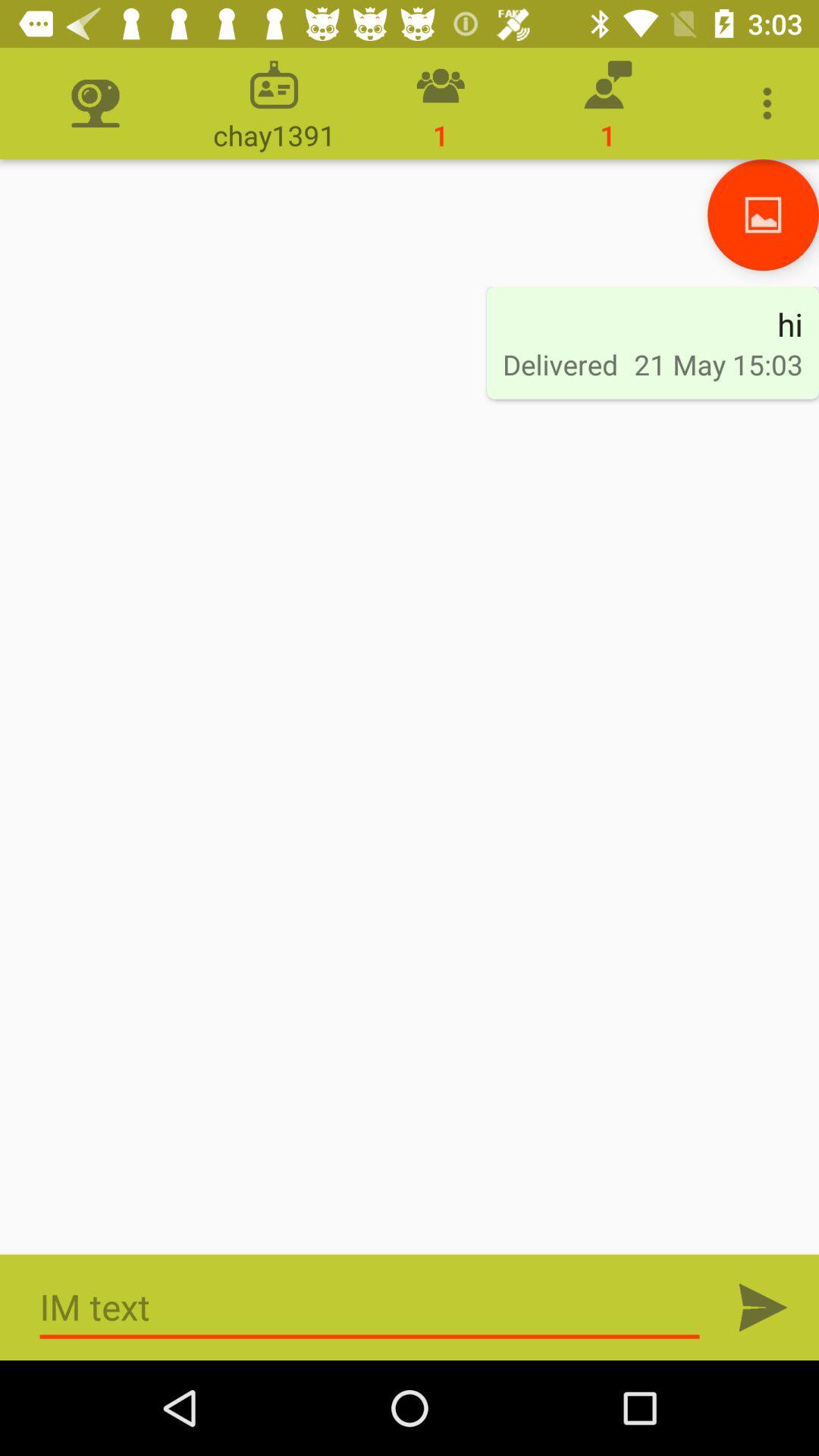  Describe the element at coordinates (763, 1307) in the screenshot. I see `send` at that location.